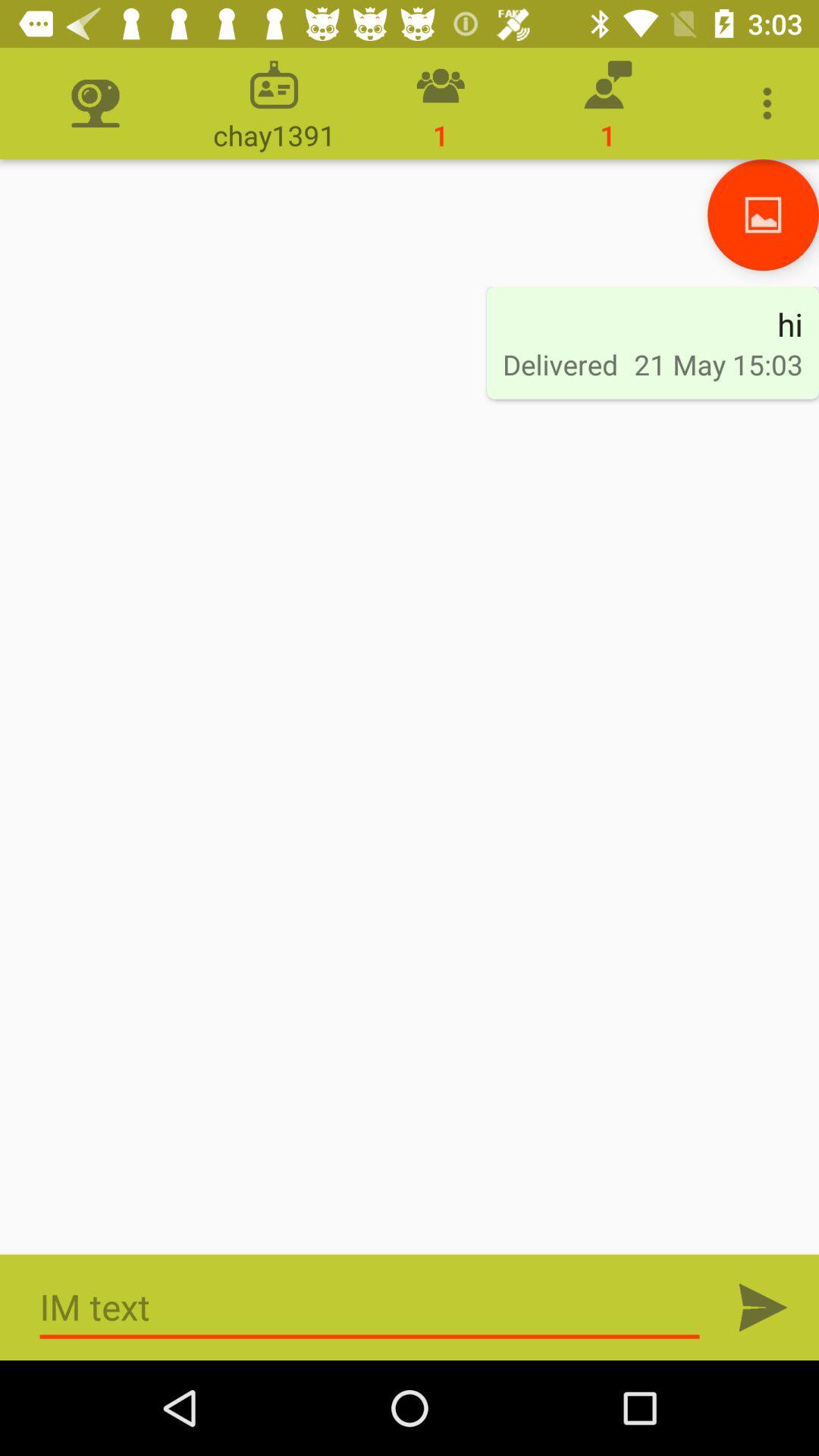  Describe the element at coordinates (763, 1307) in the screenshot. I see `send` at that location.